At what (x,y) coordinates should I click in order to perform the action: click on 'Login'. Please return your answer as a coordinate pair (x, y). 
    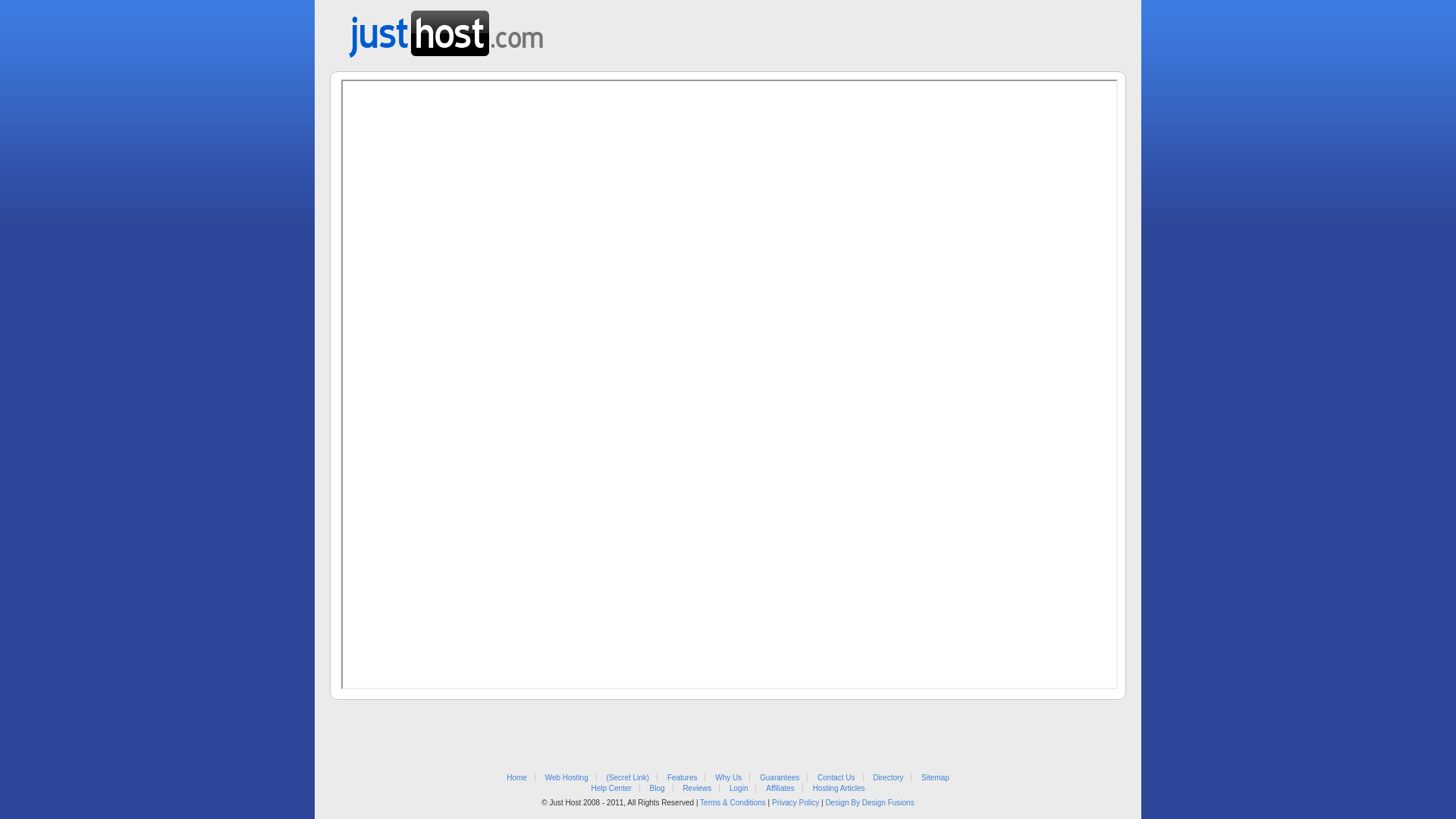
    Looking at the image, I should click on (739, 787).